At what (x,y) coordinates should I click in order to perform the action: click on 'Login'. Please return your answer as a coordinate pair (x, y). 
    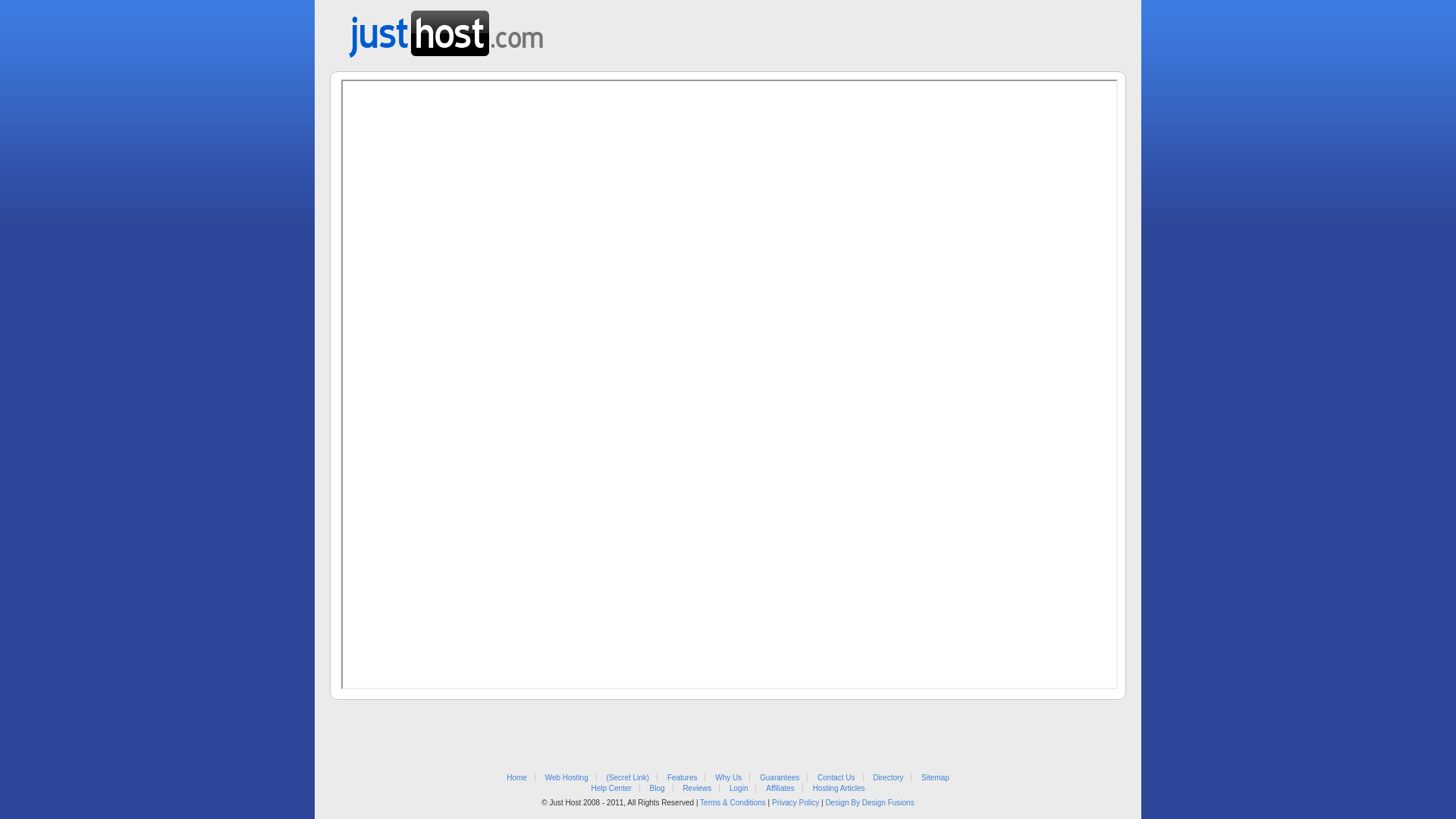
    Looking at the image, I should click on (739, 787).